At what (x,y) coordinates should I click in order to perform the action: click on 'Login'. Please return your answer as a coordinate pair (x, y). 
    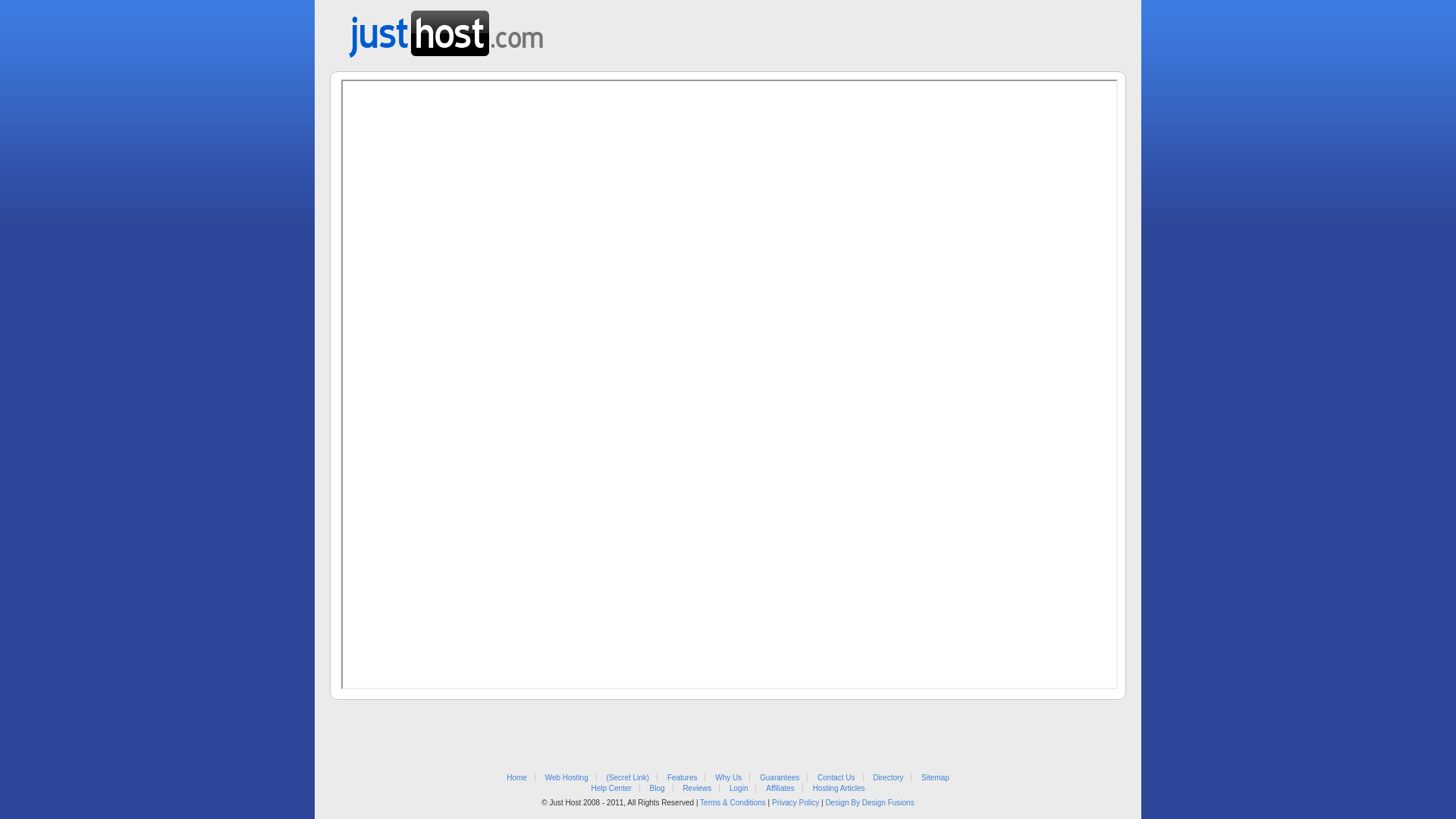
    Looking at the image, I should click on (739, 787).